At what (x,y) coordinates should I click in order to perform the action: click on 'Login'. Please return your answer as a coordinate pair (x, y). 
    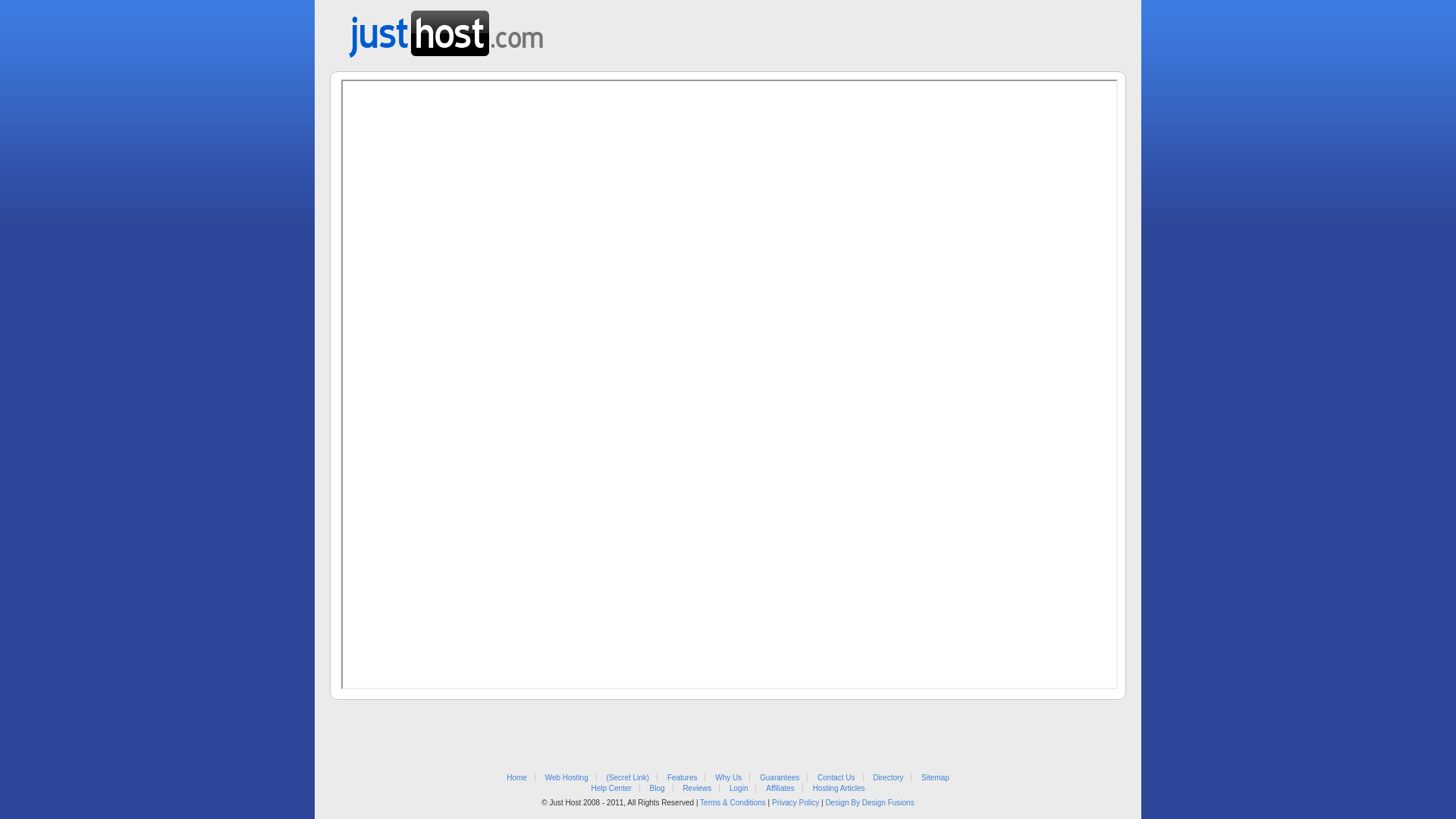
    Looking at the image, I should click on (739, 787).